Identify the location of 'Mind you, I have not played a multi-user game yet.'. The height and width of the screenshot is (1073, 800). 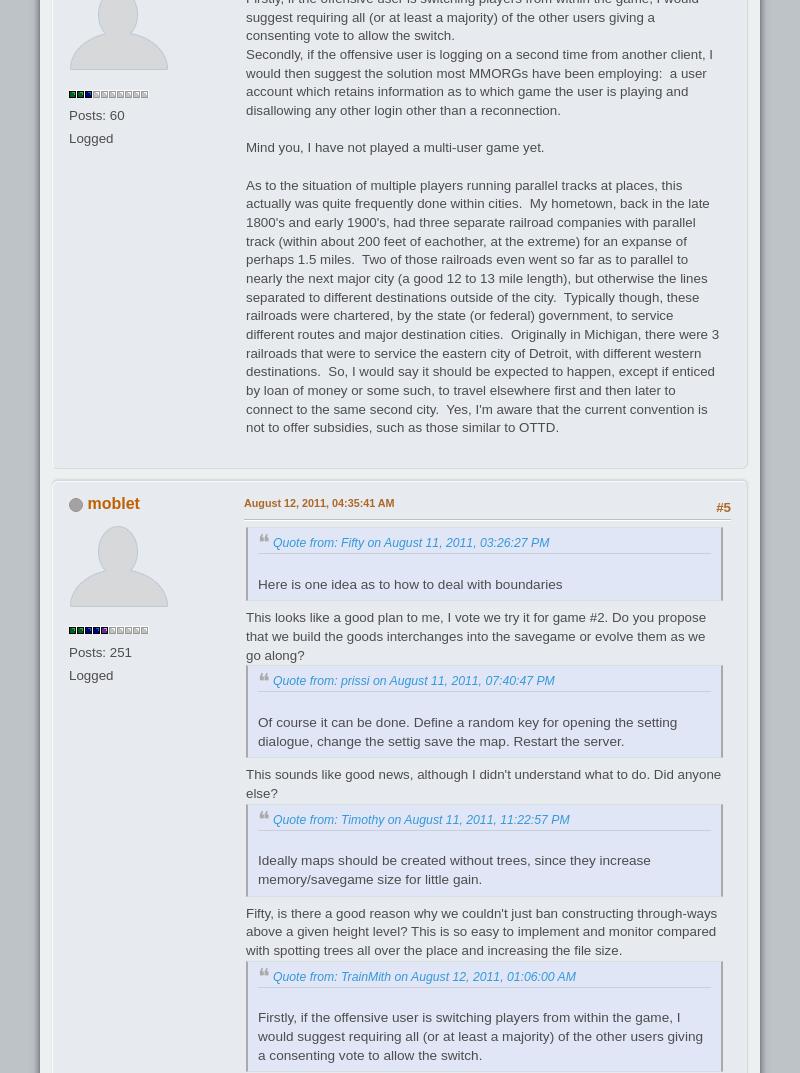
(396, 146).